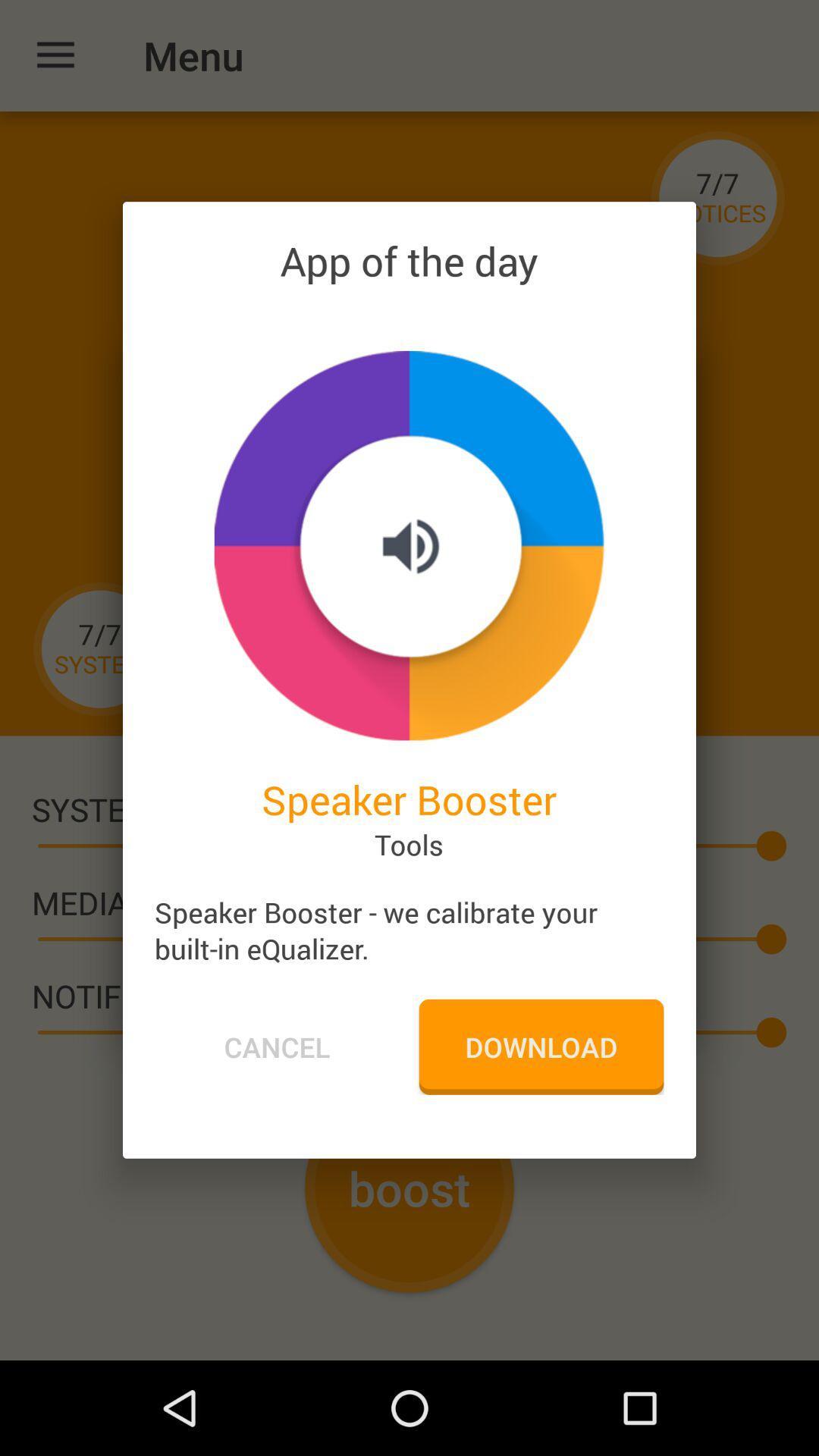 This screenshot has width=819, height=1456. I want to click on item above speaker booster item, so click(408, 545).